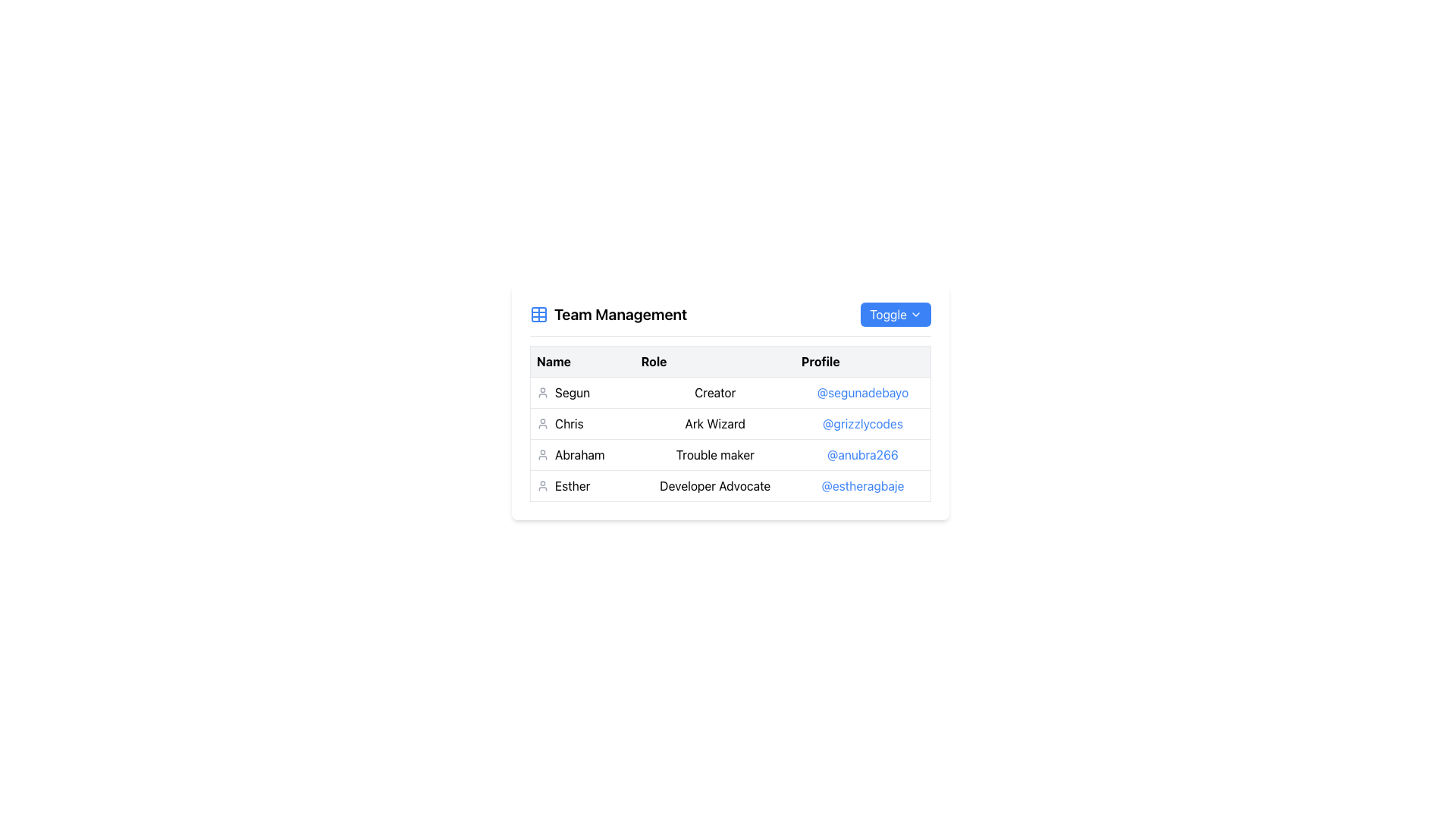  Describe the element at coordinates (862, 485) in the screenshot. I see `the Interactive Link that serves as a hyperlink to the GitHub profile of the user '@estheragbaje' located in the fourth row of the table under the 'Profile' column` at that location.